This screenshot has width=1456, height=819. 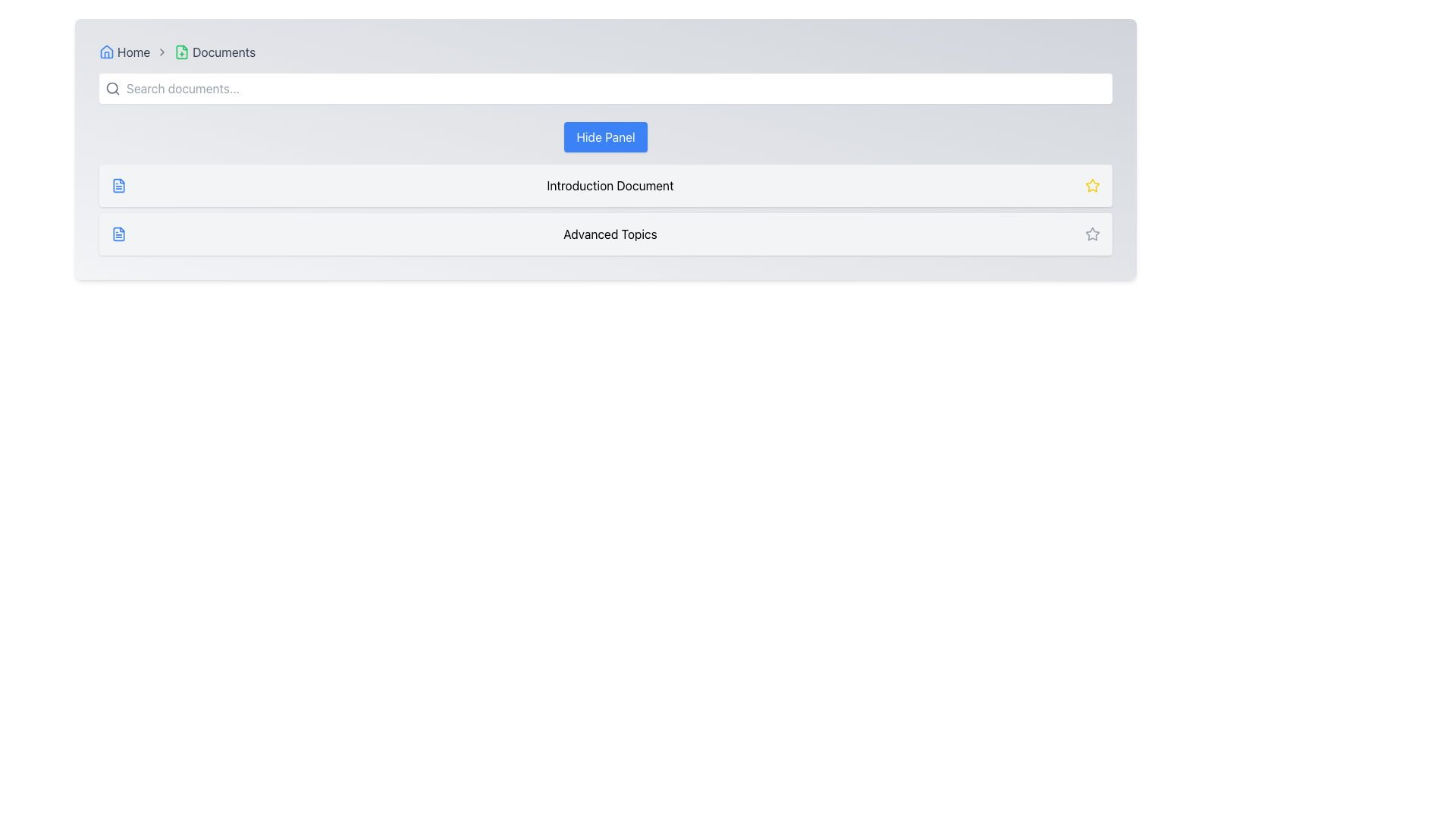 I want to click on the 'Home' icon in the breadcrumb navigation bar, so click(x=105, y=52).